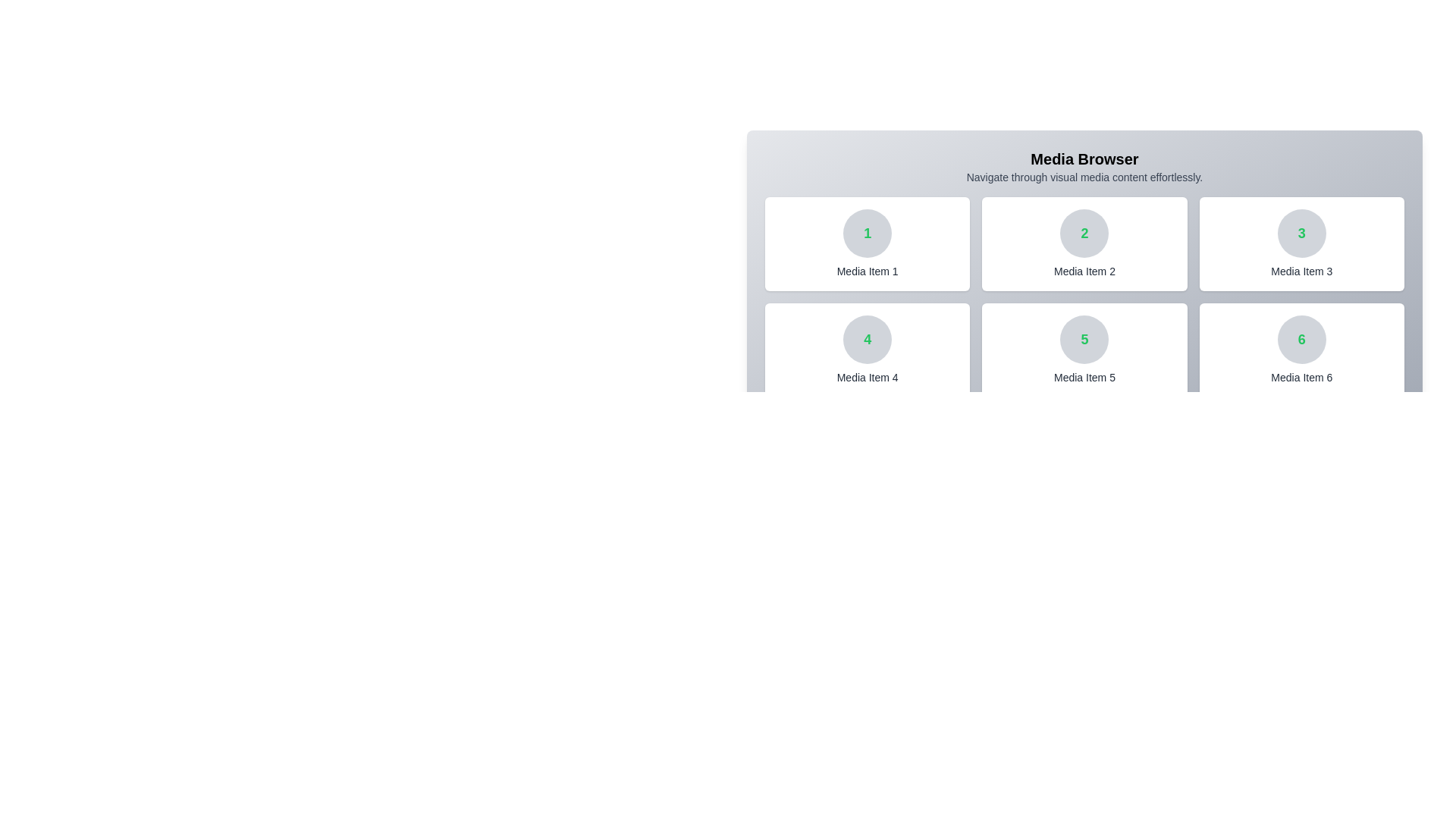 The width and height of the screenshot is (1456, 819). Describe the element at coordinates (1301, 338) in the screenshot. I see `the number '6' in the bottom-right corner of the 2x3 grid layout within the 'Media Browser' section, which is displayed on a circular gray background` at that location.